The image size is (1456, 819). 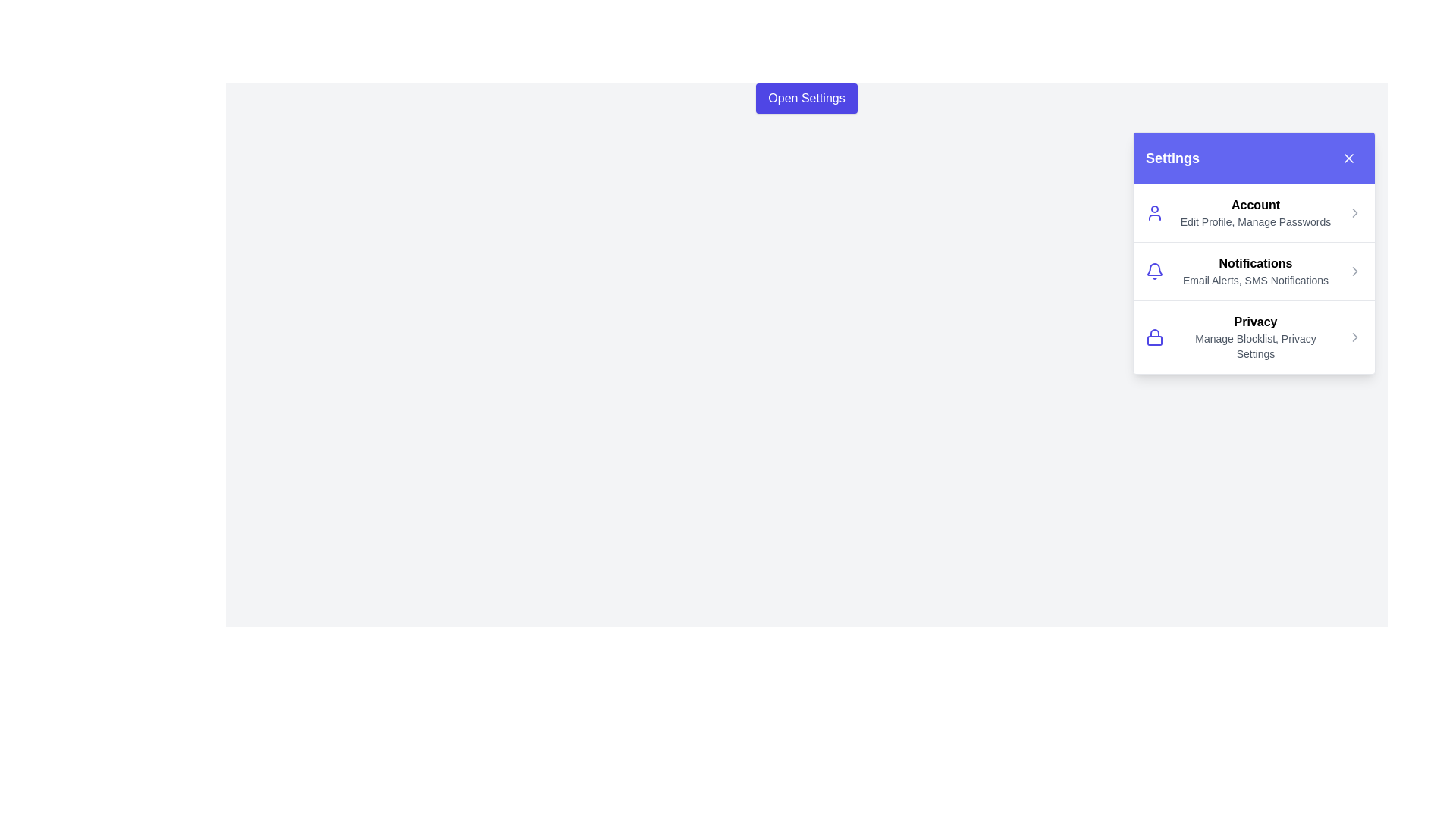 I want to click on the third list item in the 'Settings' modal that allows the user to manage privacy-related settings, so click(x=1256, y=336).